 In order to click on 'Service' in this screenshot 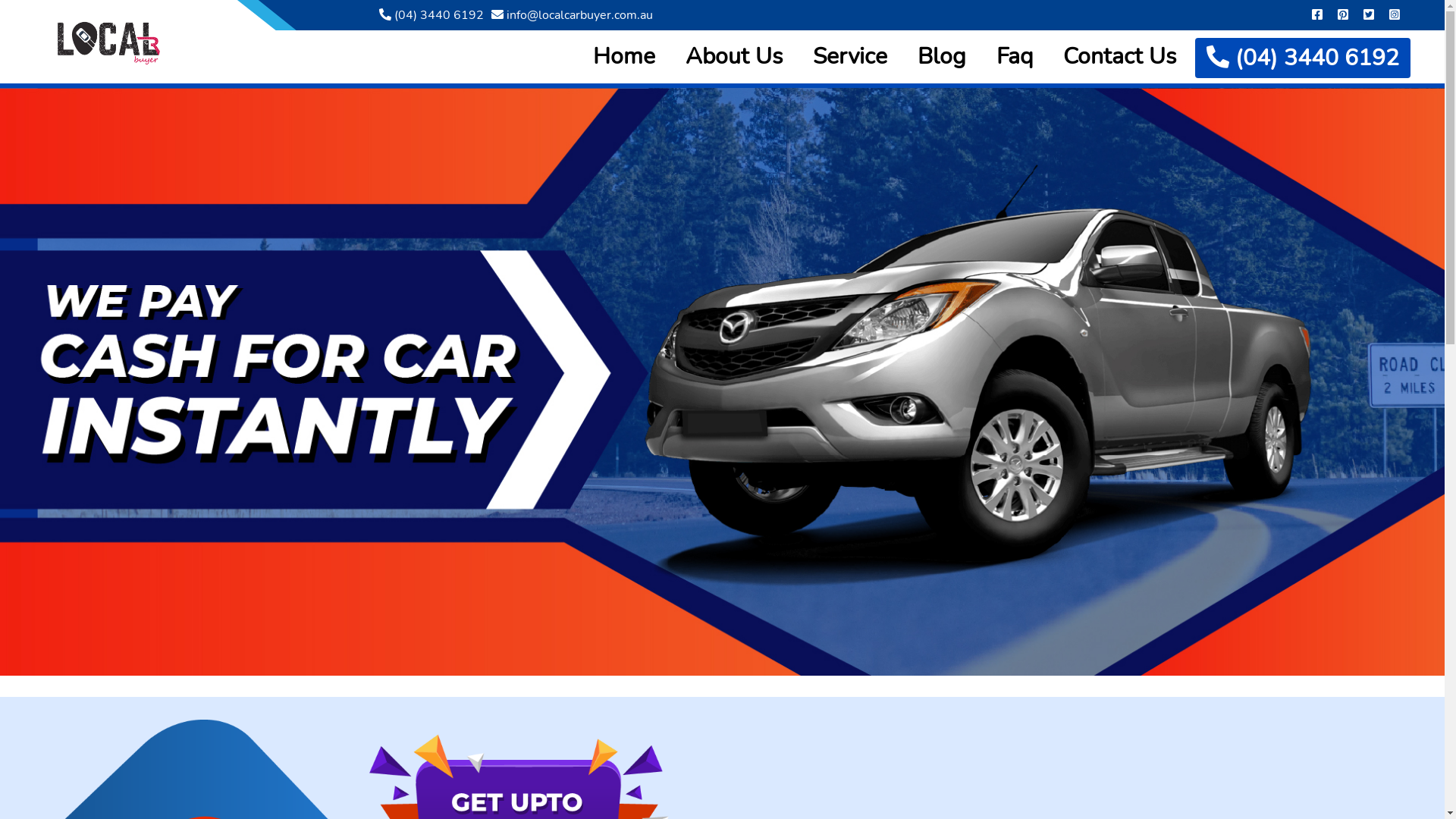, I will do `click(850, 55)`.